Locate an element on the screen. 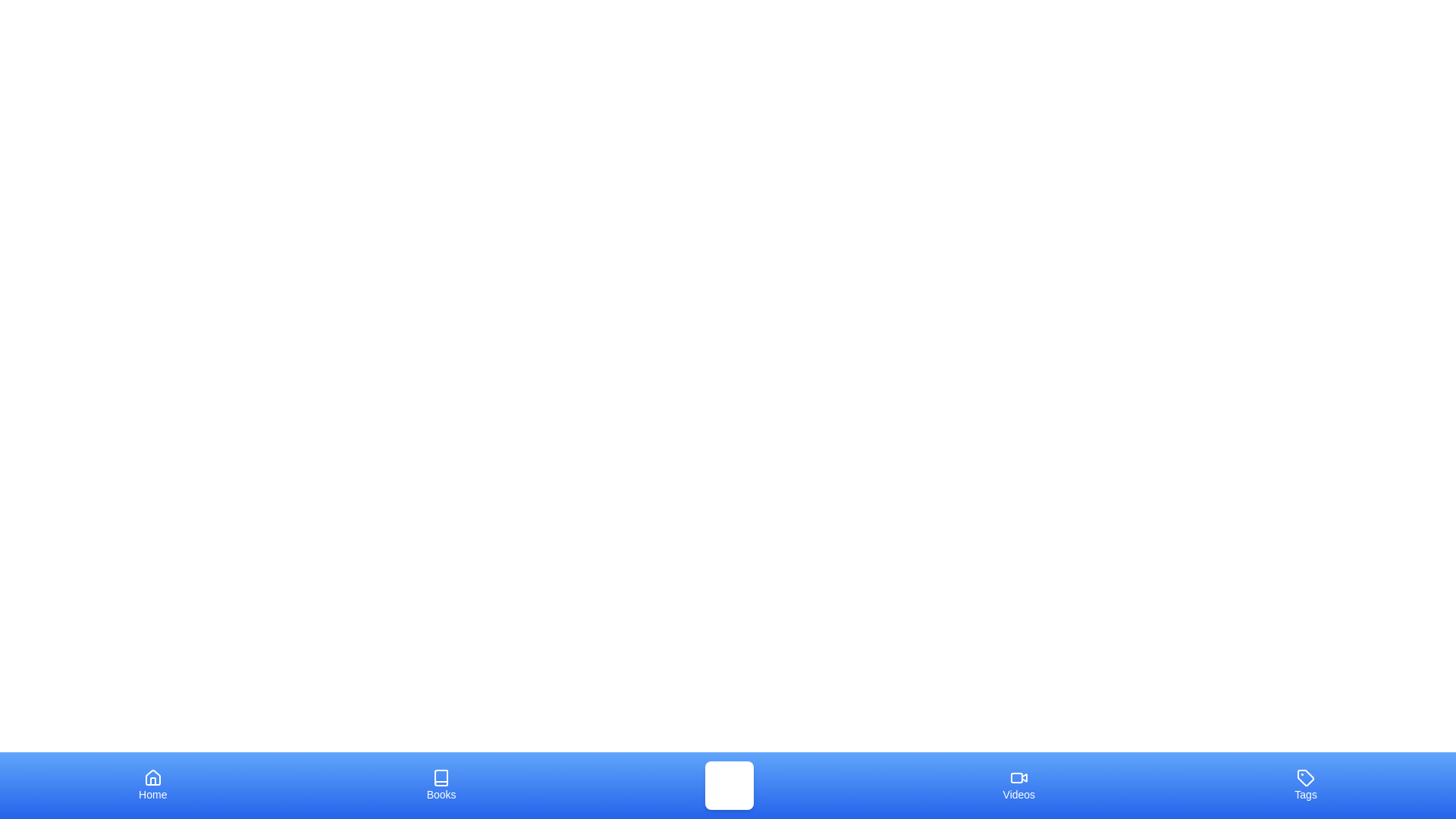 The image size is (1456, 819). the tab labeled Books is located at coordinates (440, 785).